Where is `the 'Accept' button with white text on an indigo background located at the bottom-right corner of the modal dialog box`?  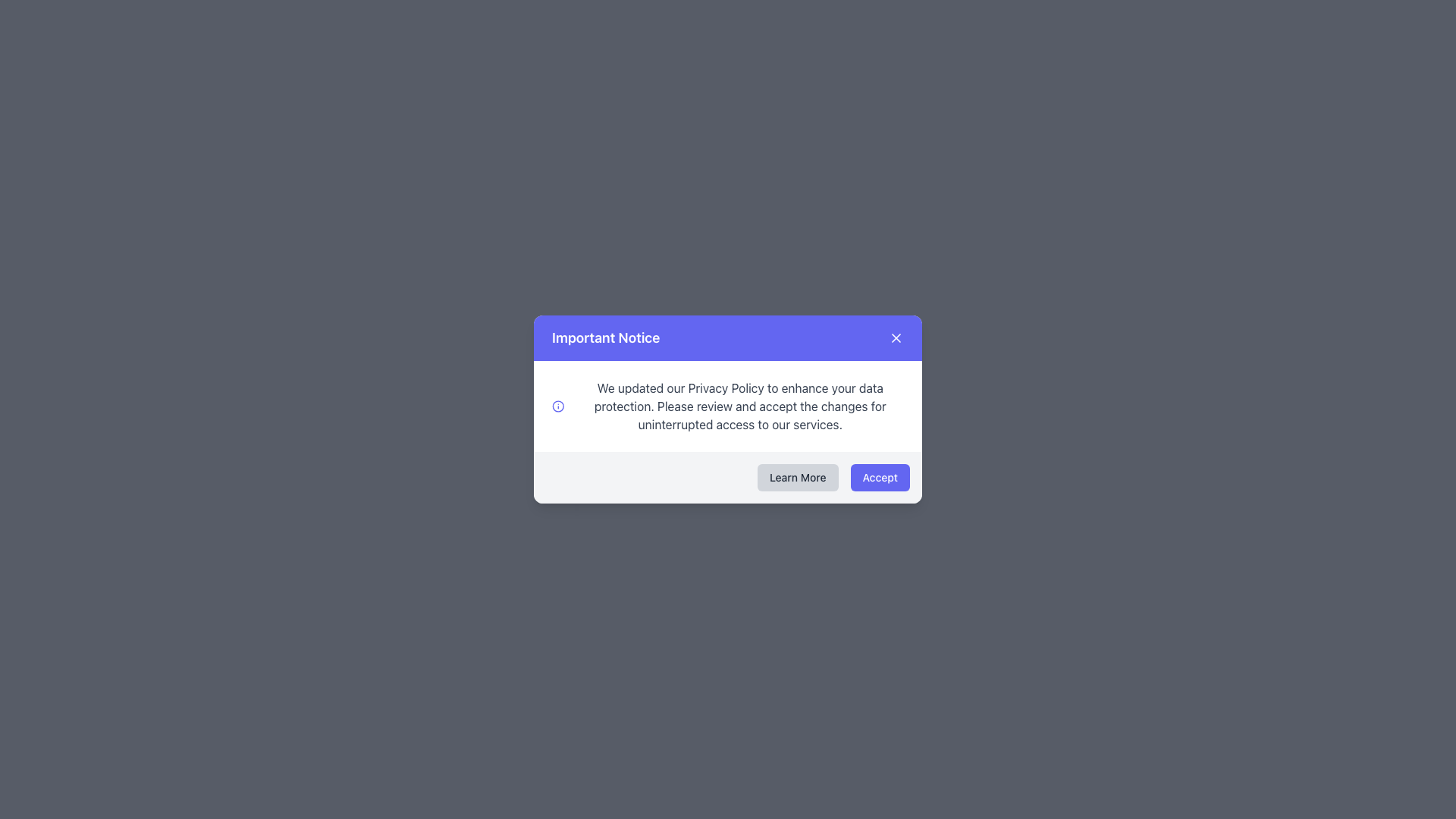 the 'Accept' button with white text on an indigo background located at the bottom-right corner of the modal dialog box is located at coordinates (880, 476).